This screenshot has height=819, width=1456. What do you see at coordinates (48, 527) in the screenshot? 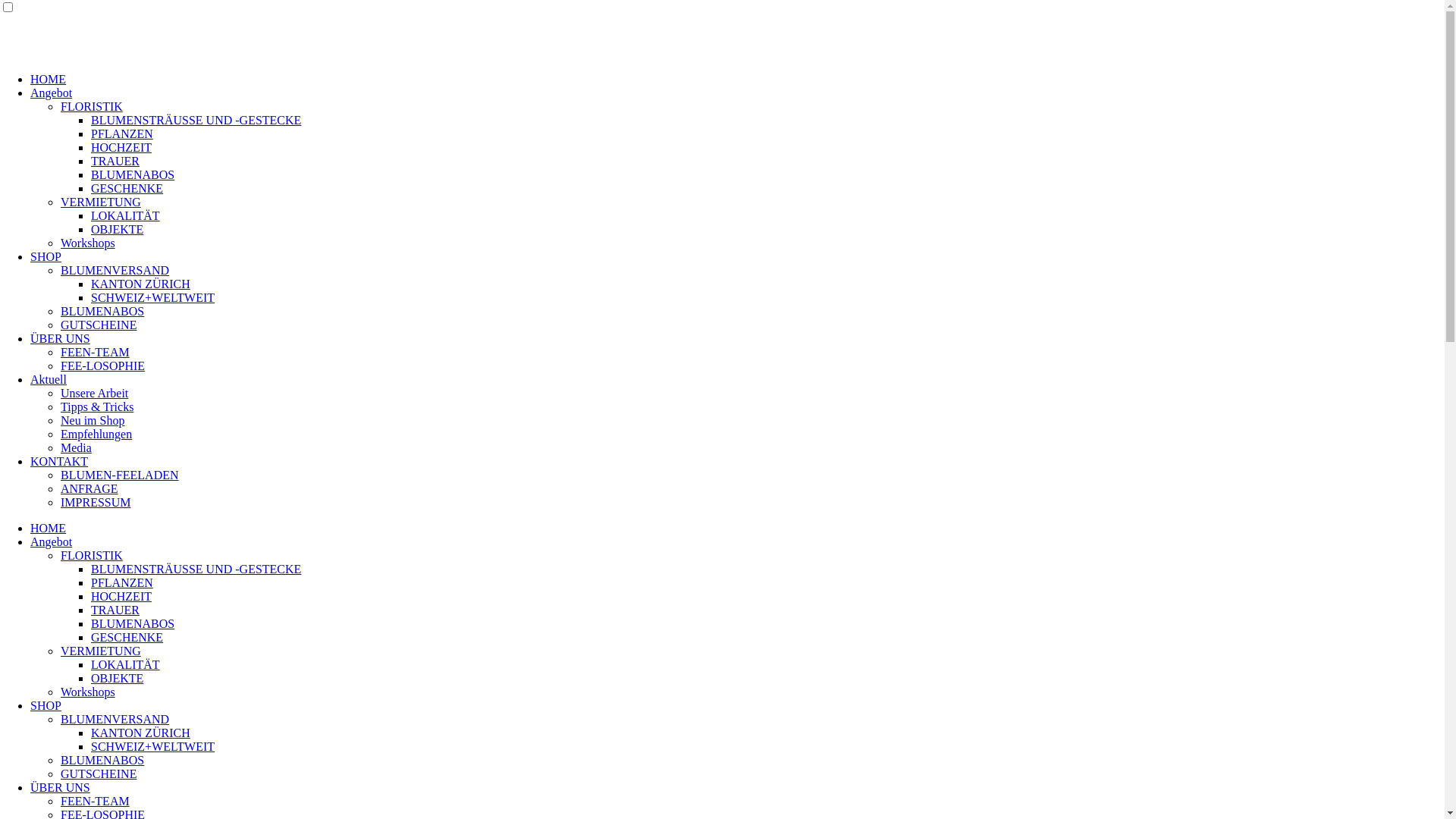
I see `'HOME'` at bounding box center [48, 527].